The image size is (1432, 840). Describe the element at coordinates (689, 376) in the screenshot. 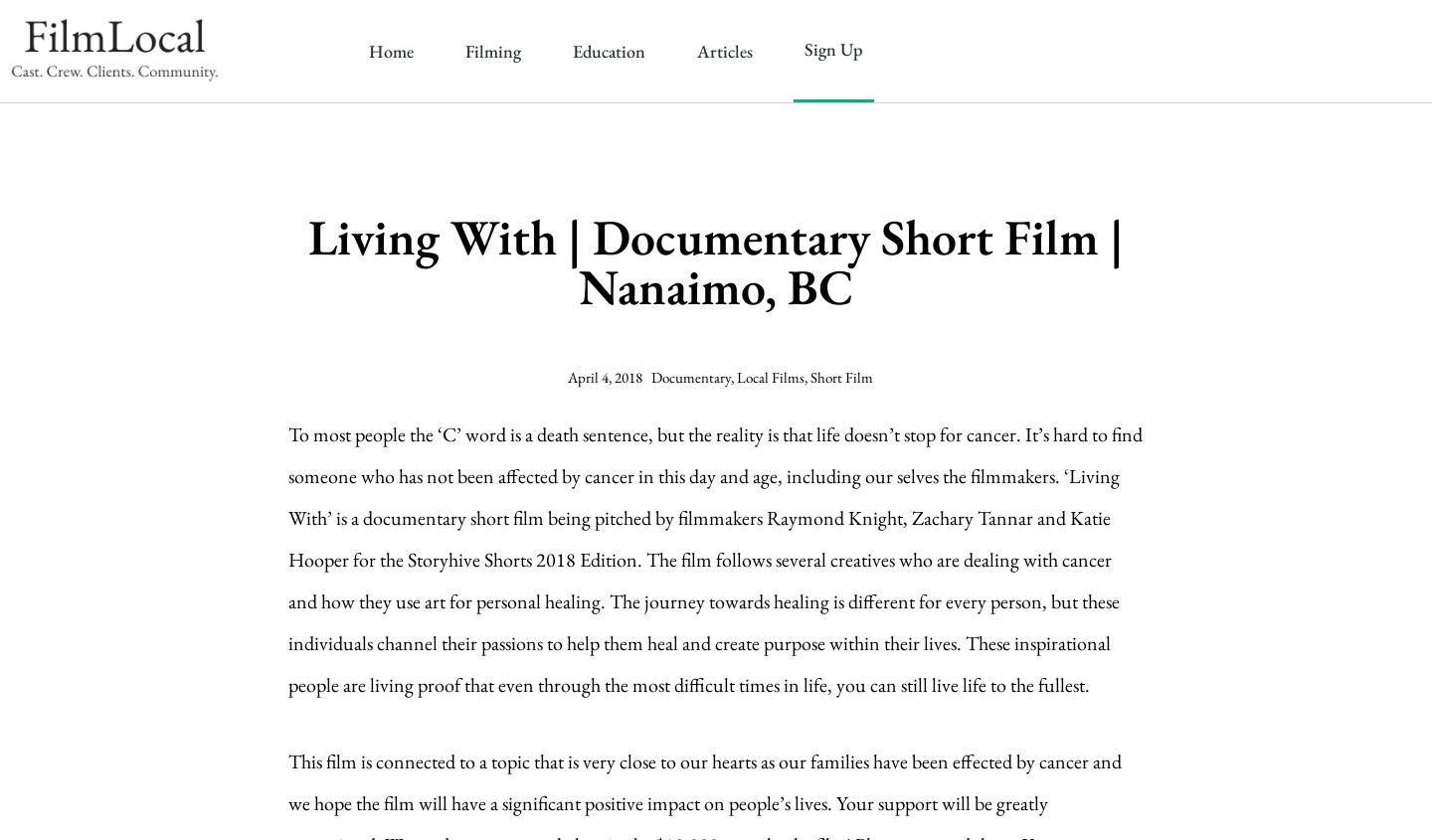

I see `'Documentary'` at that location.